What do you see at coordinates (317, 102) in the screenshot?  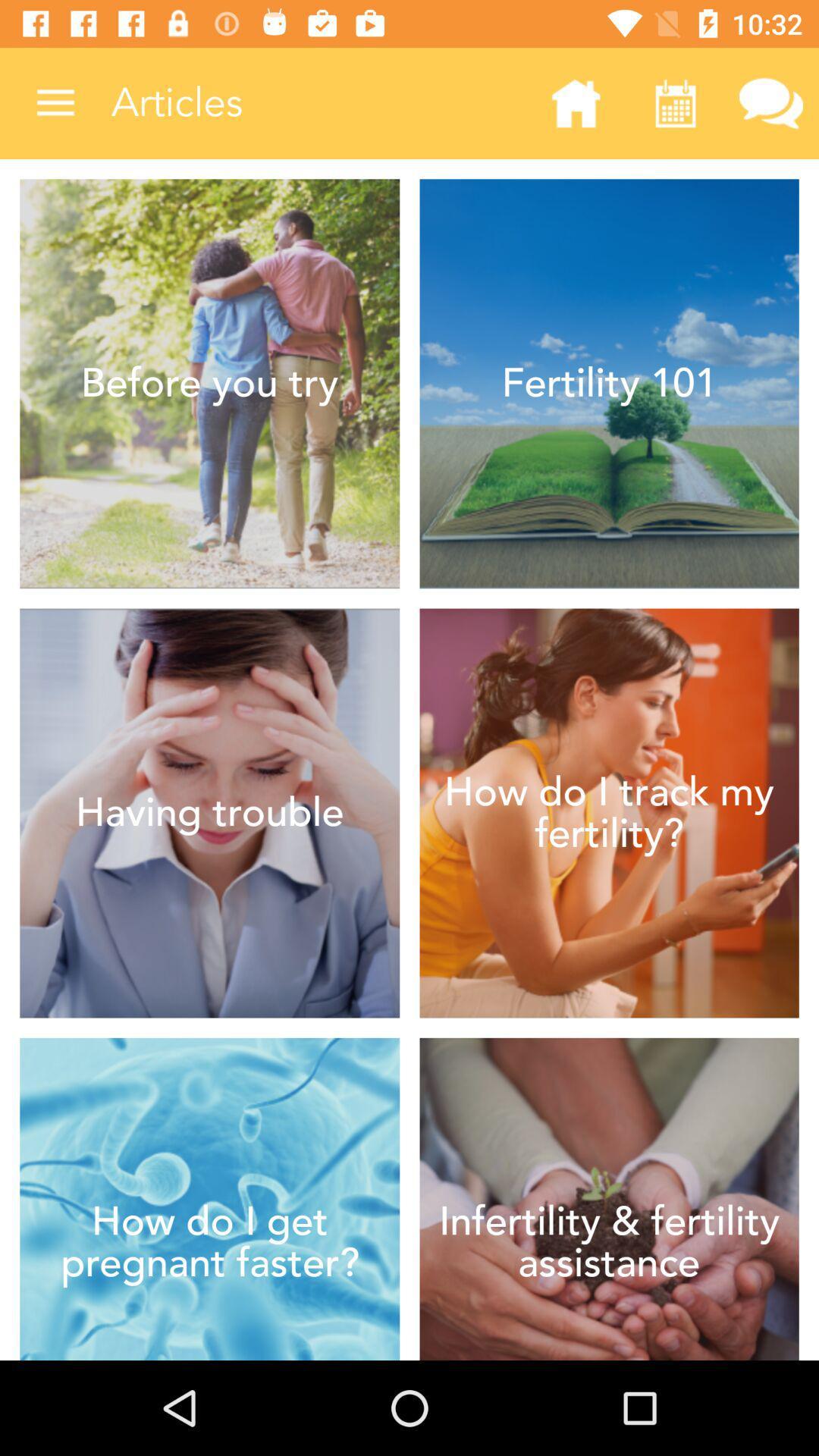 I see `the articles` at bounding box center [317, 102].